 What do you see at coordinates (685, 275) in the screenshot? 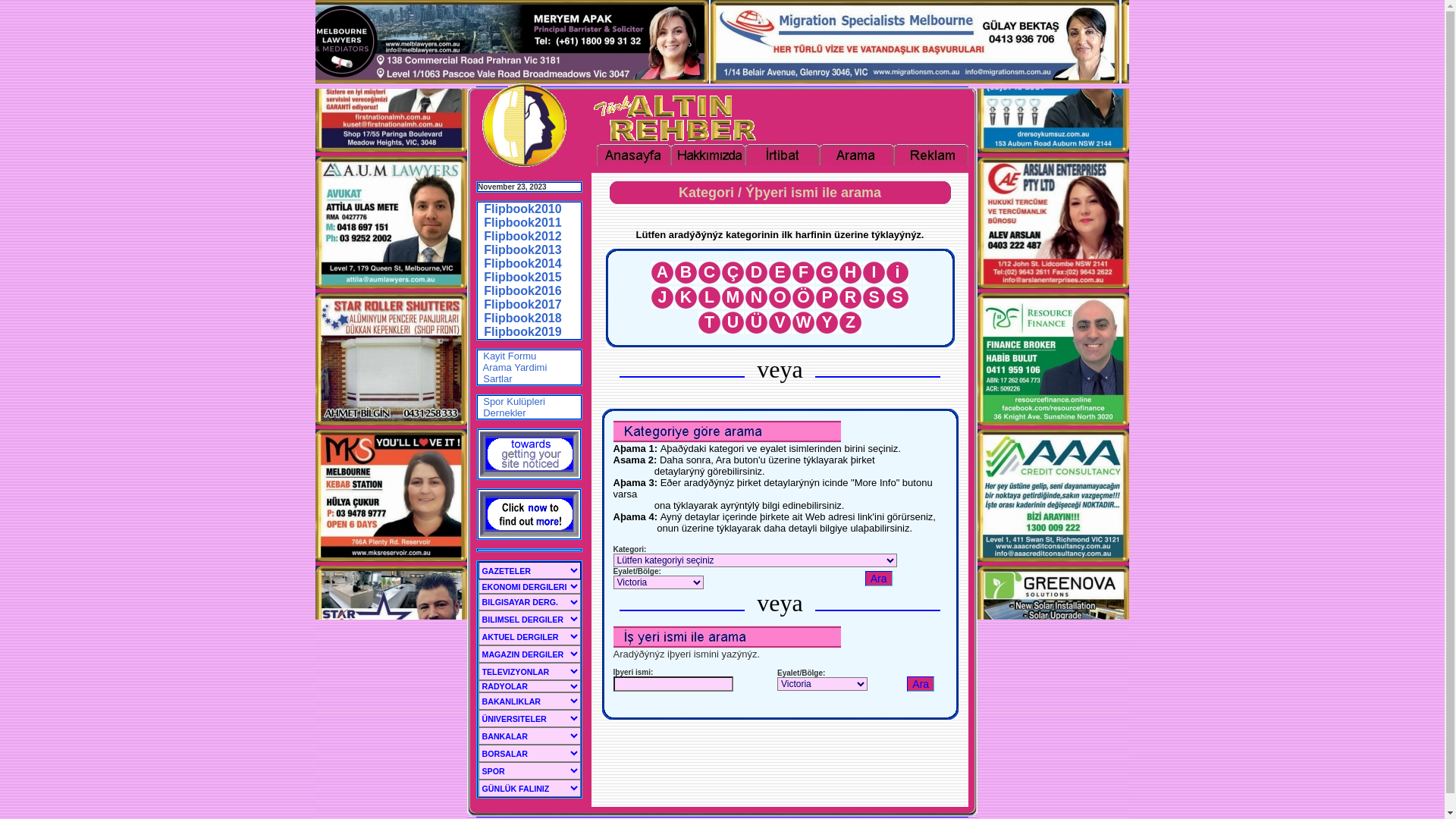
I see `'B'` at bounding box center [685, 275].